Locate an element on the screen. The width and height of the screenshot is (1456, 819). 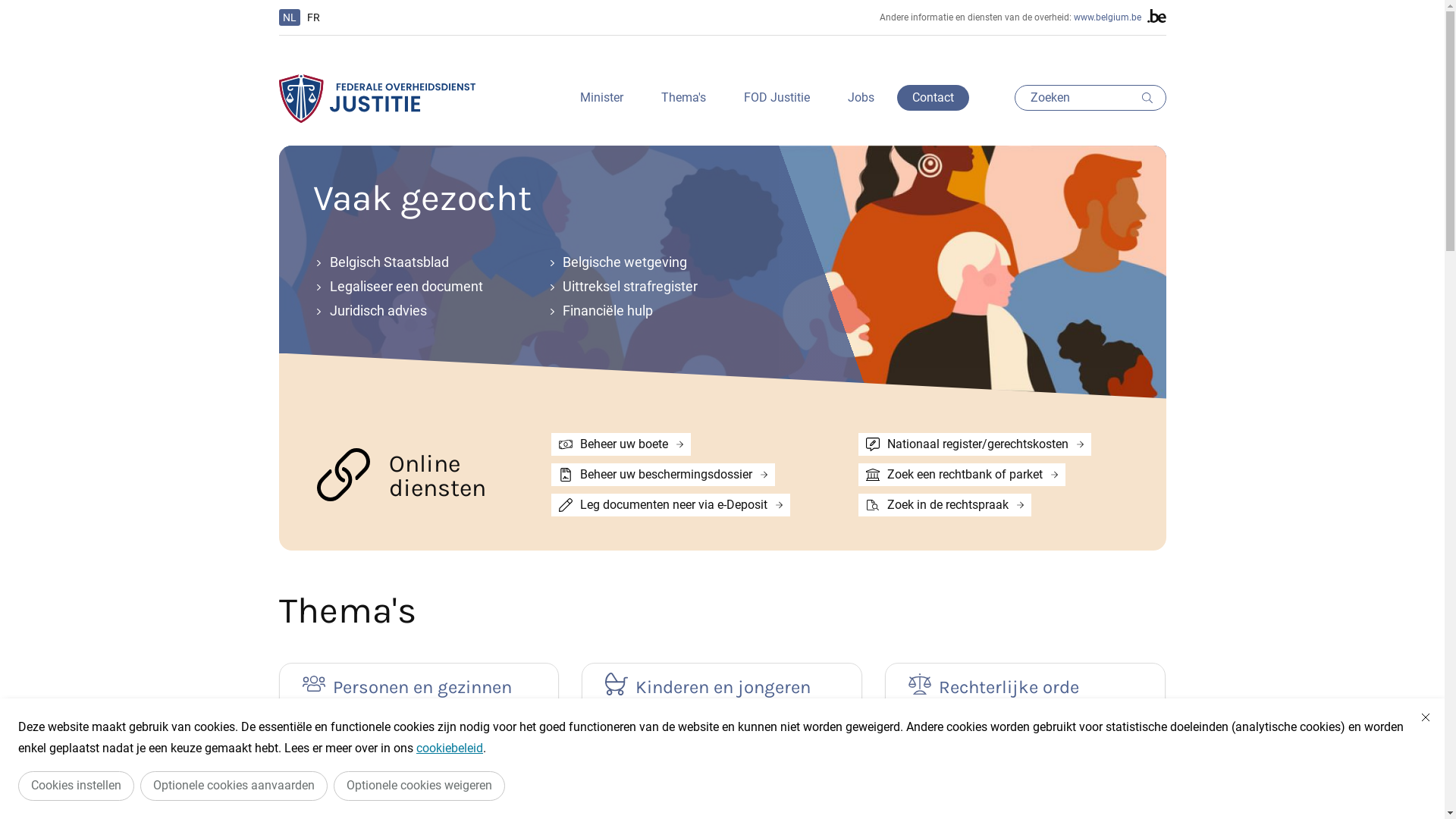
'Optionele cookies weigeren' is located at coordinates (419, 785).